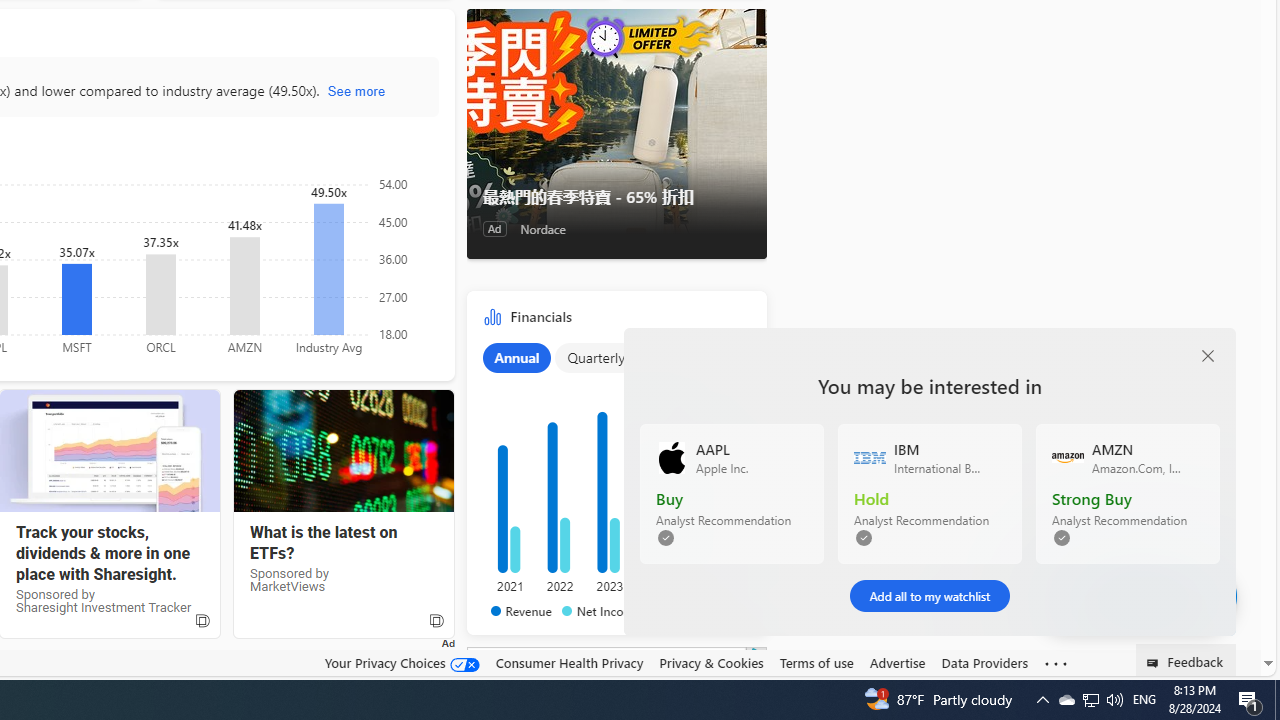 Image resolution: width=1280 pixels, height=720 pixels. What do you see at coordinates (984, 662) in the screenshot?
I see `'Data Providers'` at bounding box center [984, 662].